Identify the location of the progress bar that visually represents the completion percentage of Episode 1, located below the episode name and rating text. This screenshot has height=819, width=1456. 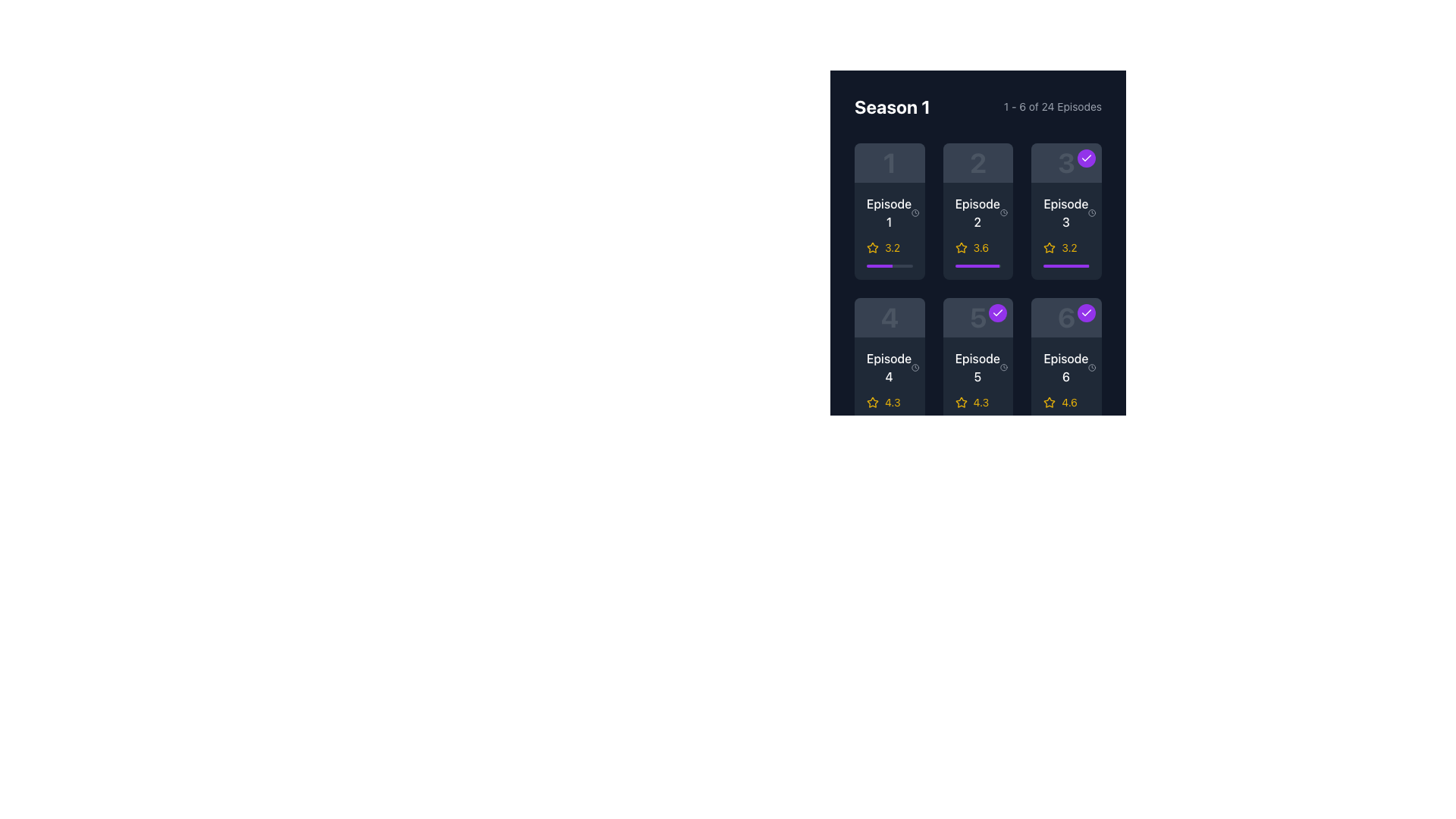
(890, 265).